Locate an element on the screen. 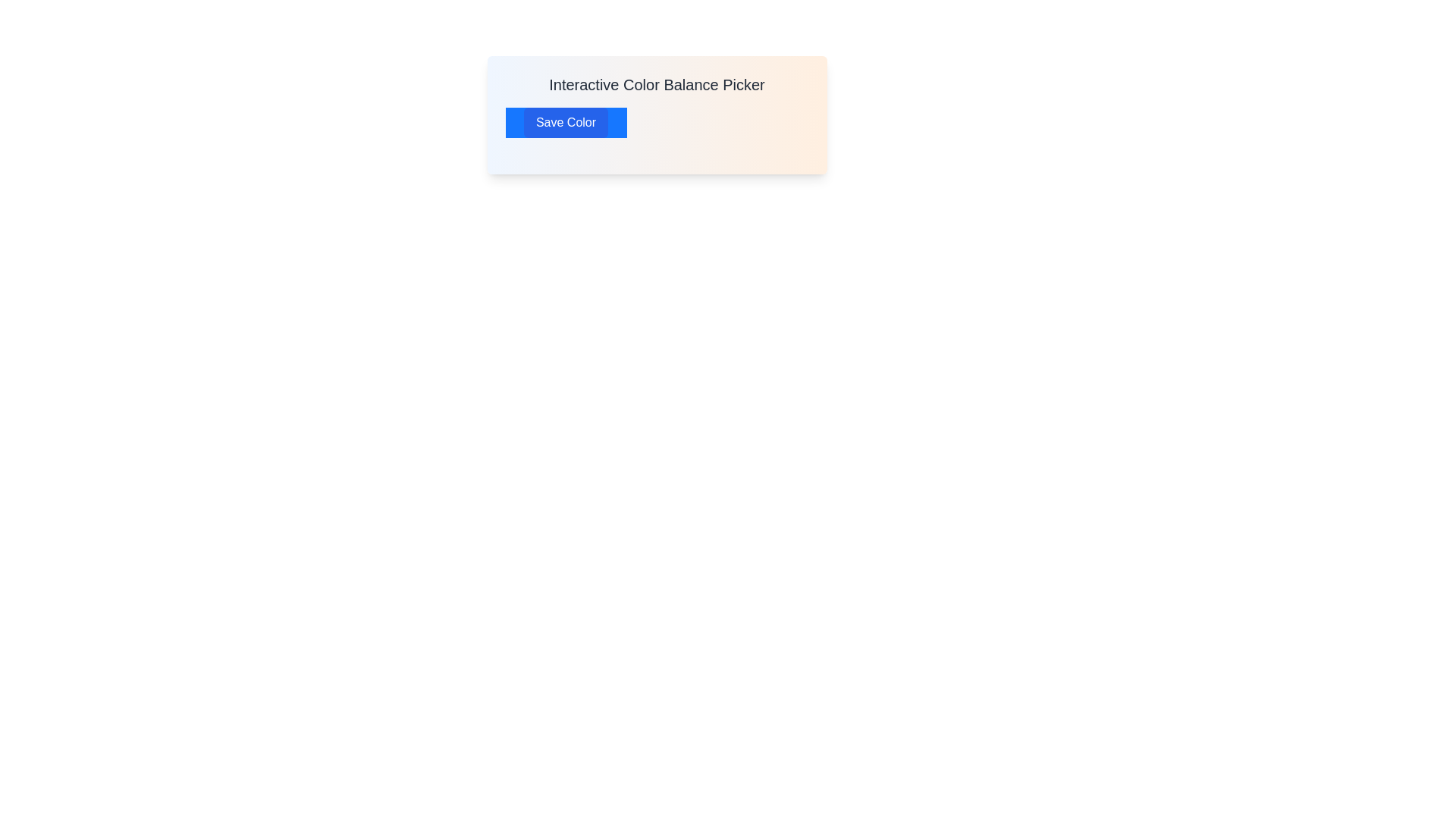 This screenshot has width=1456, height=819. the 'Save Color' button, which has a blue background and white text, to observe its styling change is located at coordinates (565, 122).